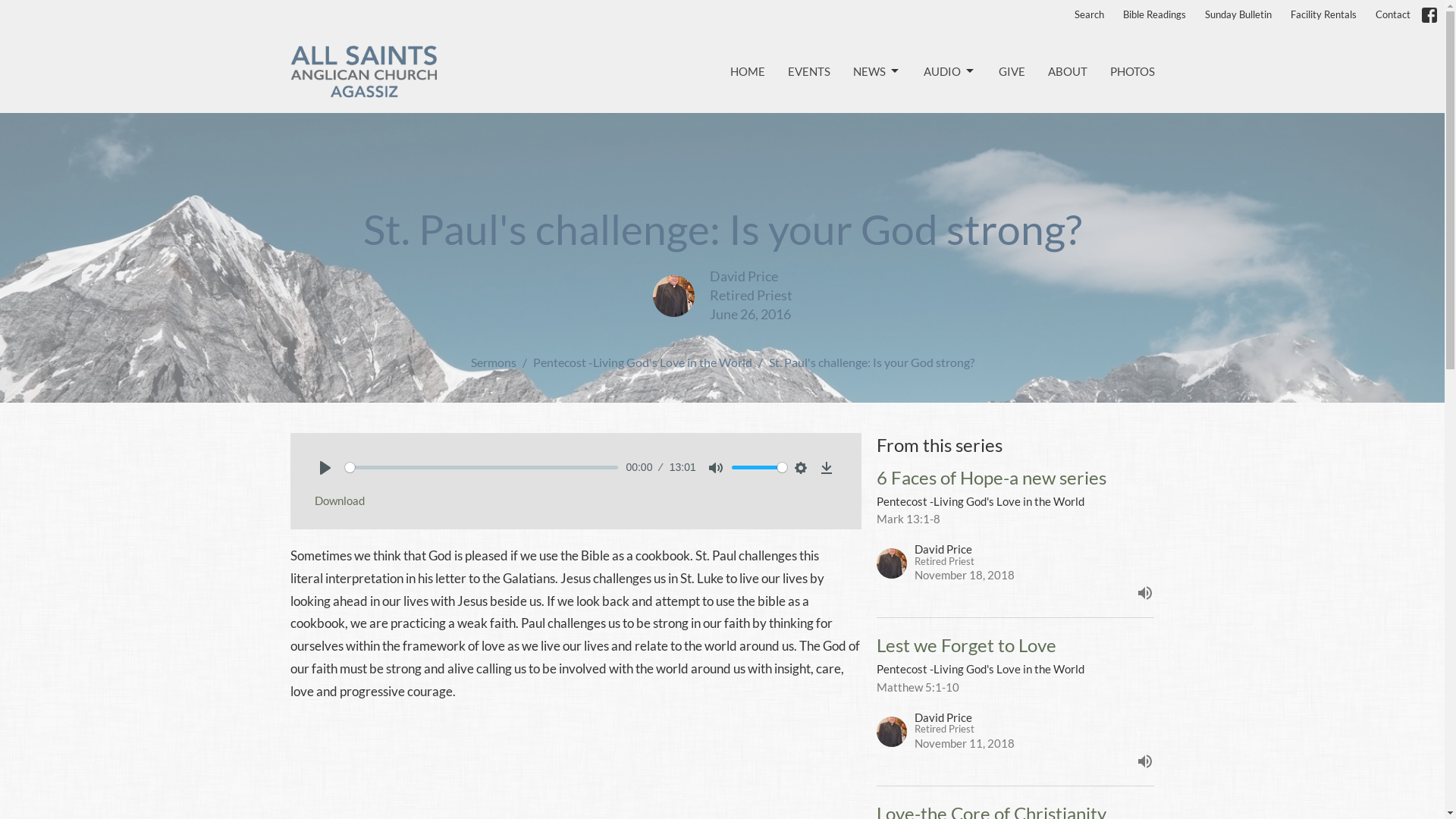 The width and height of the screenshot is (1456, 819). I want to click on 'HOME', so click(746, 71).